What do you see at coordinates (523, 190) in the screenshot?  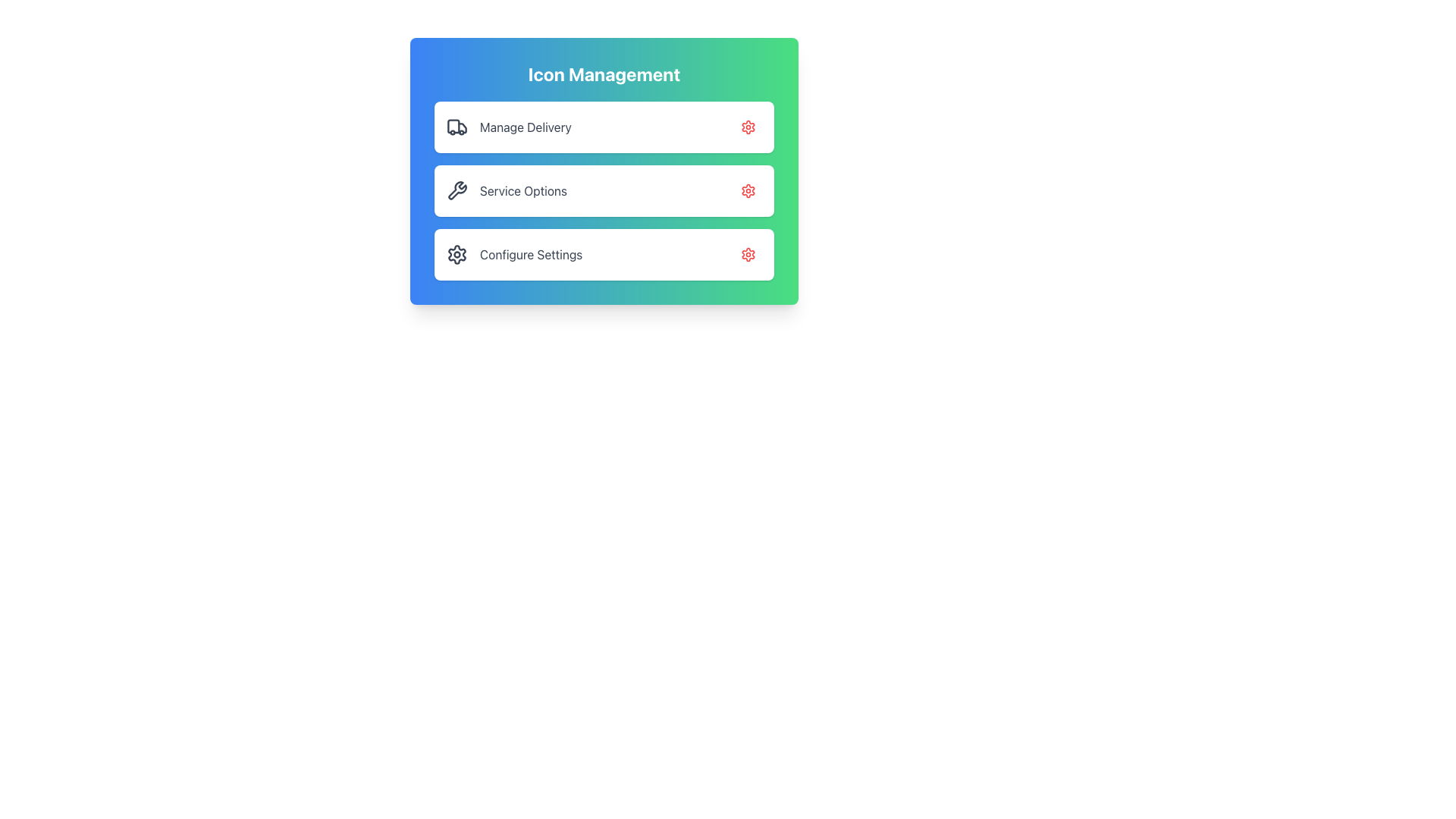 I see `text label displaying 'Service Options', which is centrally aligned within the UI card and located in the second entry of a vertically stacked list of options` at bounding box center [523, 190].